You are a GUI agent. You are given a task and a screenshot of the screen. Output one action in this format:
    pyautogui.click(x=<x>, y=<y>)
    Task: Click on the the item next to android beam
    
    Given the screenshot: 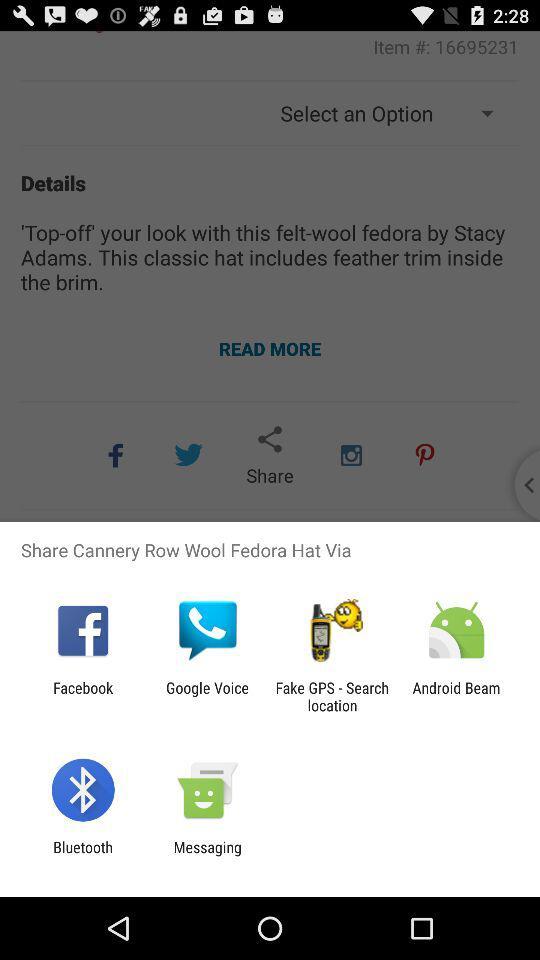 What is the action you would take?
    pyautogui.click(x=332, y=696)
    